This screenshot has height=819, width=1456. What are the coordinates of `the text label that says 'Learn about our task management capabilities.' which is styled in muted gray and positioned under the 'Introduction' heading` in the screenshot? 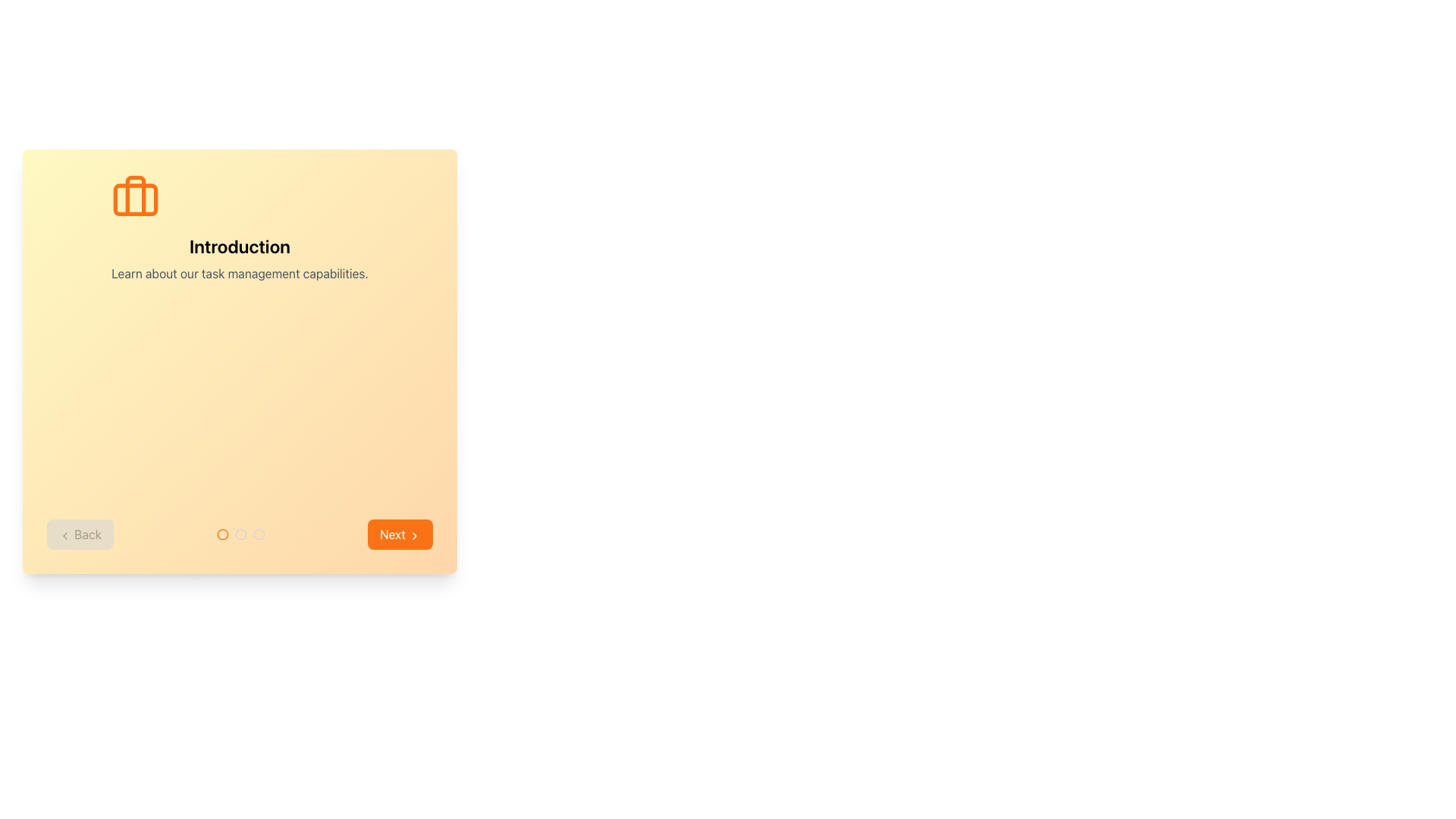 It's located at (239, 274).